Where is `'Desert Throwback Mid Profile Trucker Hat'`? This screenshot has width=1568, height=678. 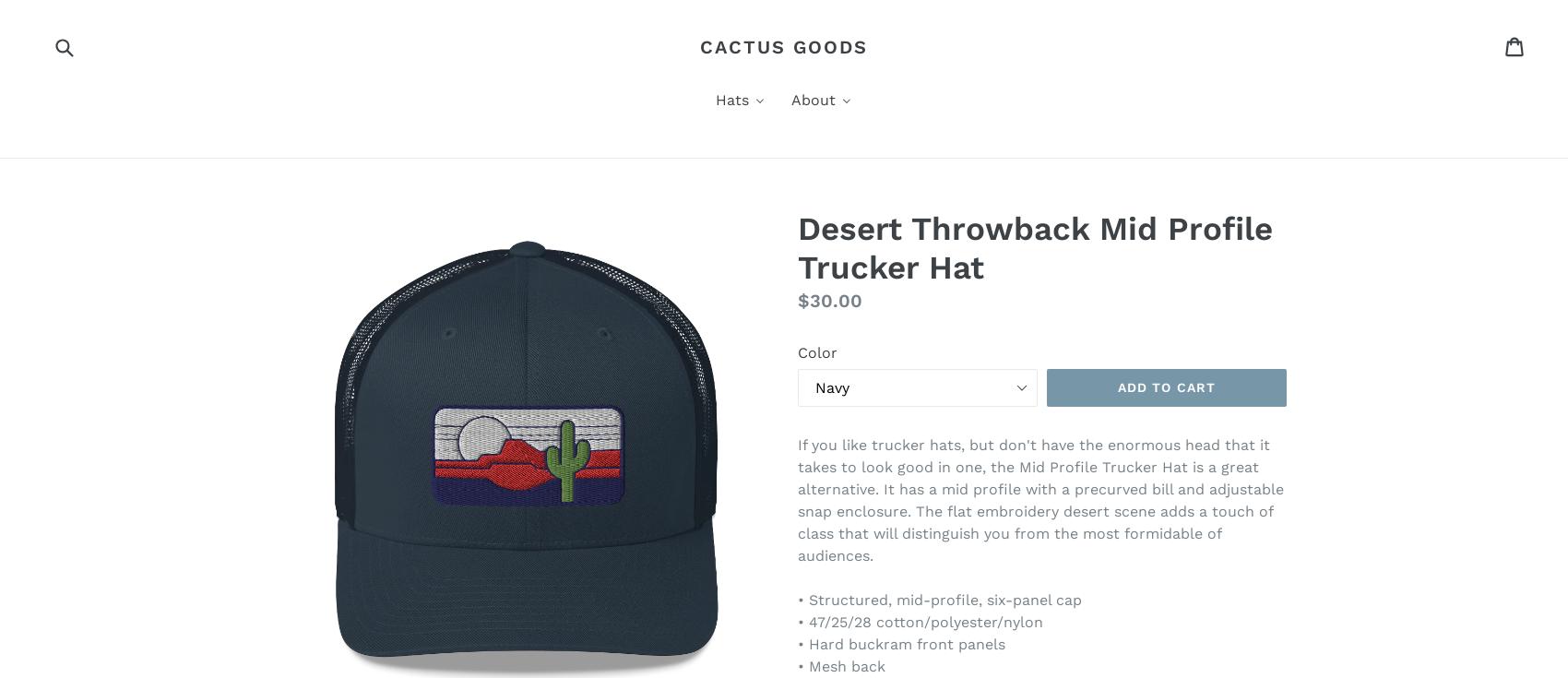
'Desert Throwback Mid Profile Trucker Hat' is located at coordinates (797, 248).